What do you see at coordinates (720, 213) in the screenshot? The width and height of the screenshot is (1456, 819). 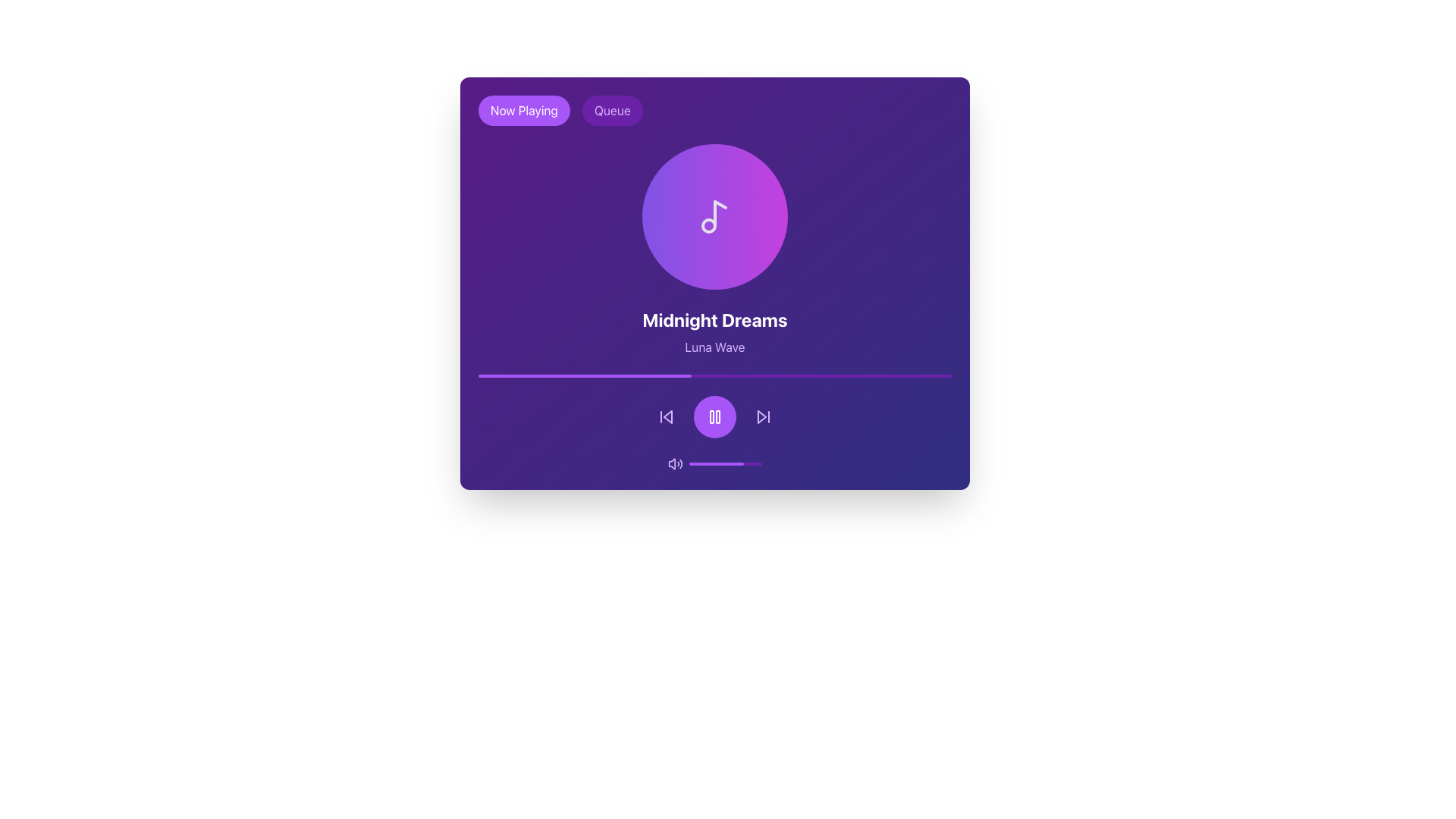 I see `the second part of the musical note icon, which is the straight vertical line with a triangular extension representing the note head and the flag, located at the center of the interface` at bounding box center [720, 213].